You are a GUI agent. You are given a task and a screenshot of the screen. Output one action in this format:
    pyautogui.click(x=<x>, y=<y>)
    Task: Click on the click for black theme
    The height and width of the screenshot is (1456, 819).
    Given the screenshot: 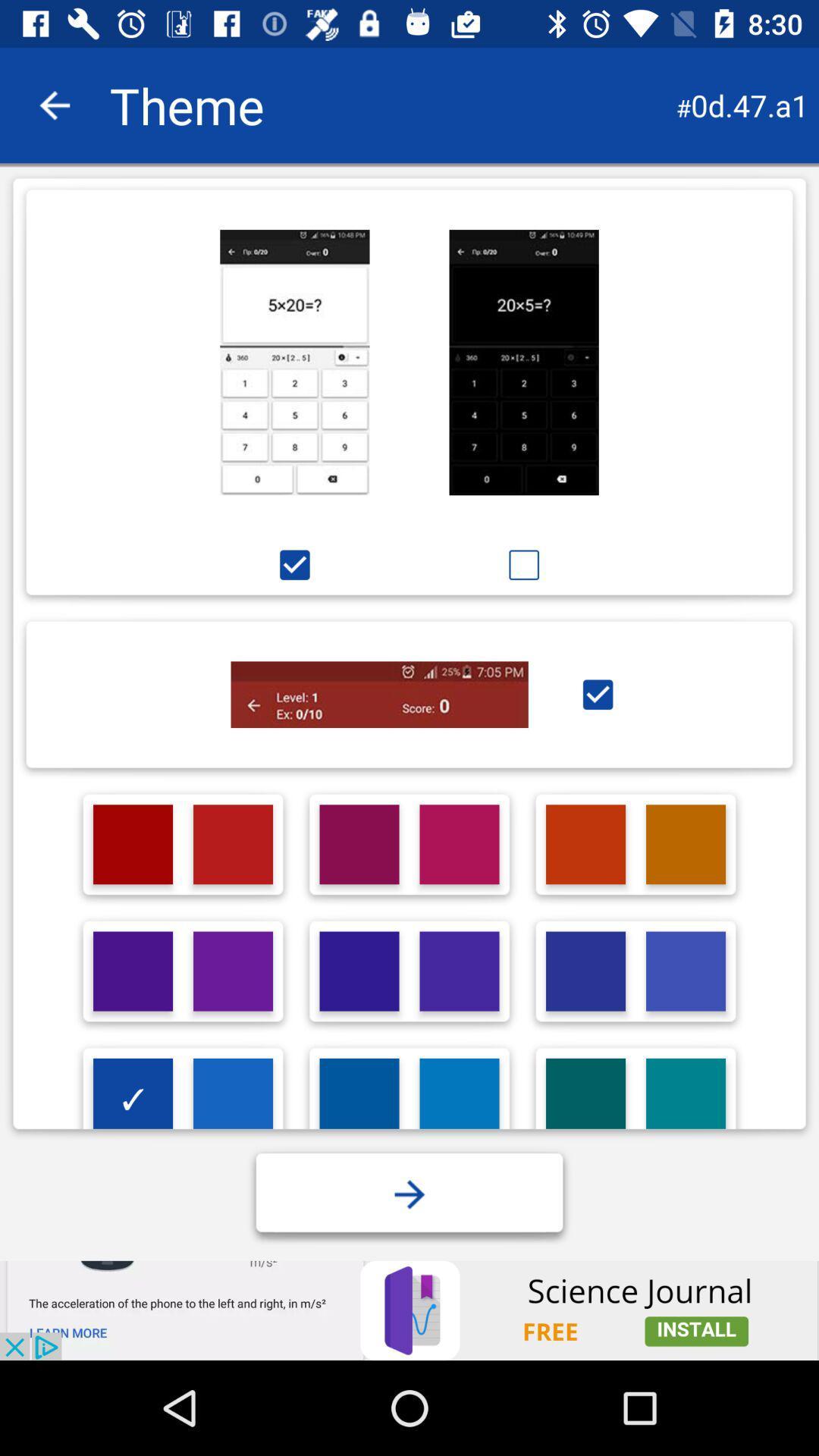 What is the action you would take?
    pyautogui.click(x=523, y=362)
    